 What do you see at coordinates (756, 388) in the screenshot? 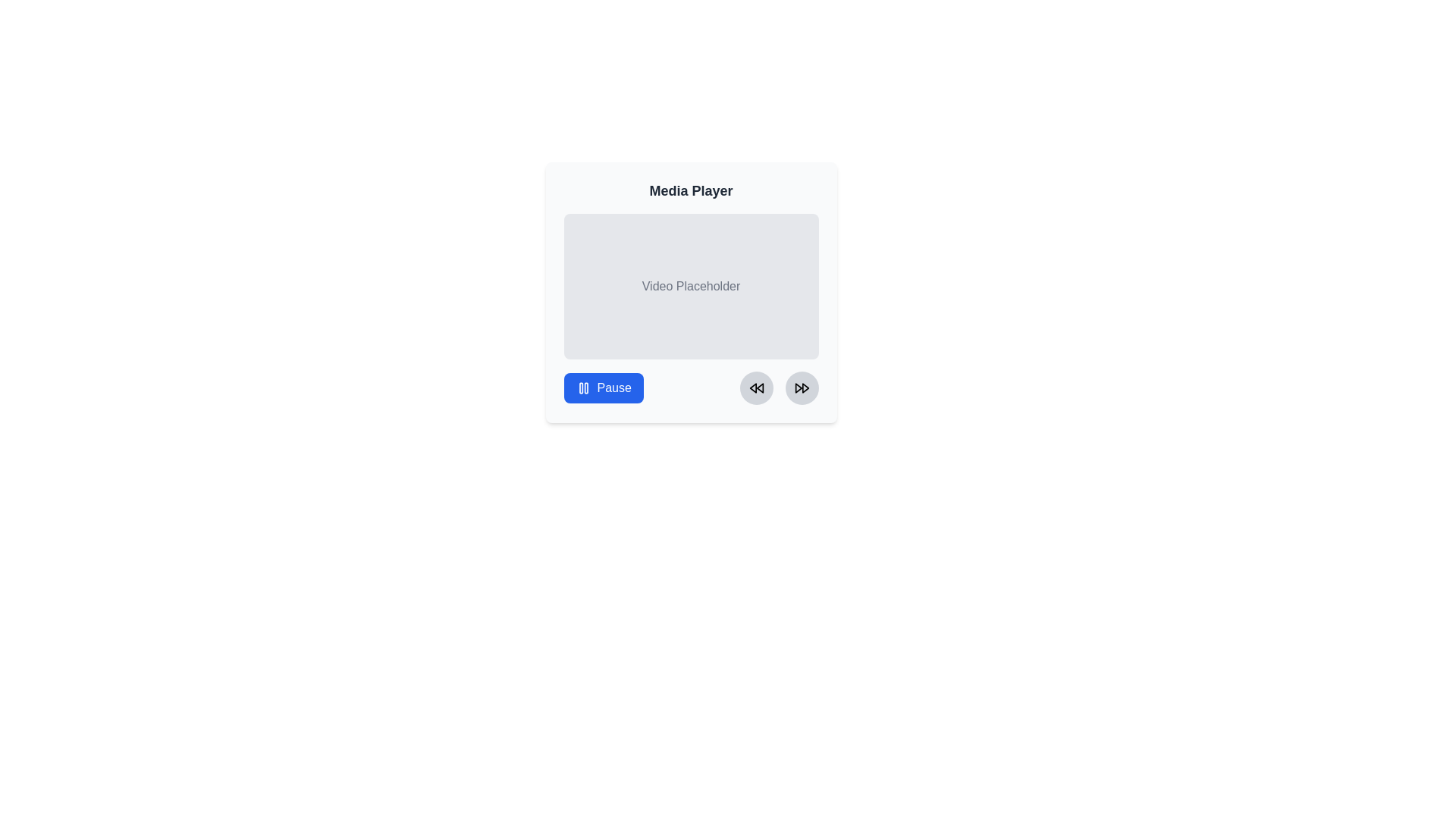
I see `the rewind icon button in the media player` at bounding box center [756, 388].